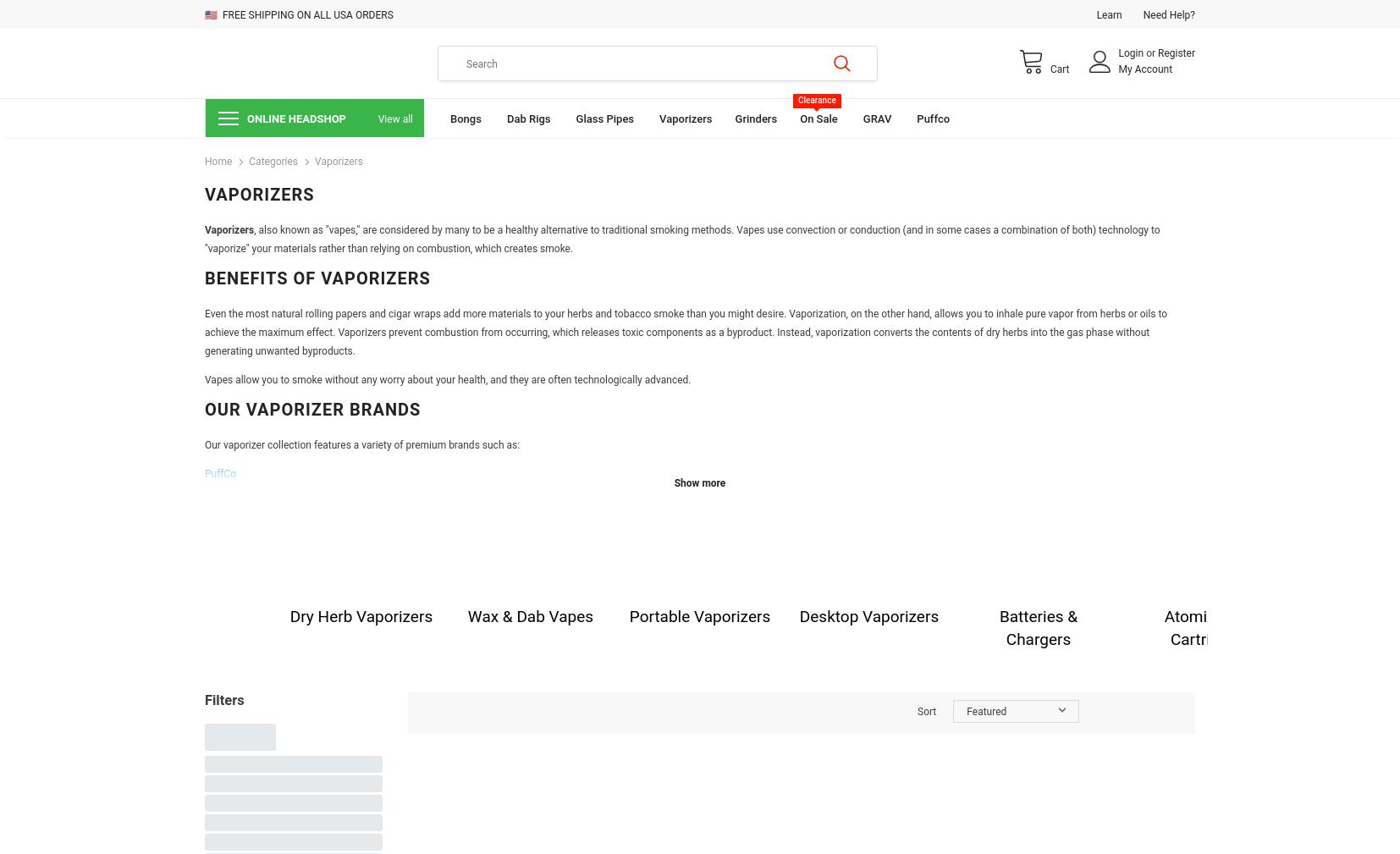  Describe the element at coordinates (686, 332) in the screenshot. I see `'Even the most natural rolling papers and cigar wraps add more materials to your herbs and tobacco smoke than you might desire. Vaporization, on the other hand, allows you to inhale pure vapor from herbs or oils to achieve the maximum effect. Vaporizers prevent combustion from occurring, which releases toxic components as a byproduct. Instead, vaporization converts the contents of dry herbs into the gas phase without generating unwanted byproducts.'` at that location.